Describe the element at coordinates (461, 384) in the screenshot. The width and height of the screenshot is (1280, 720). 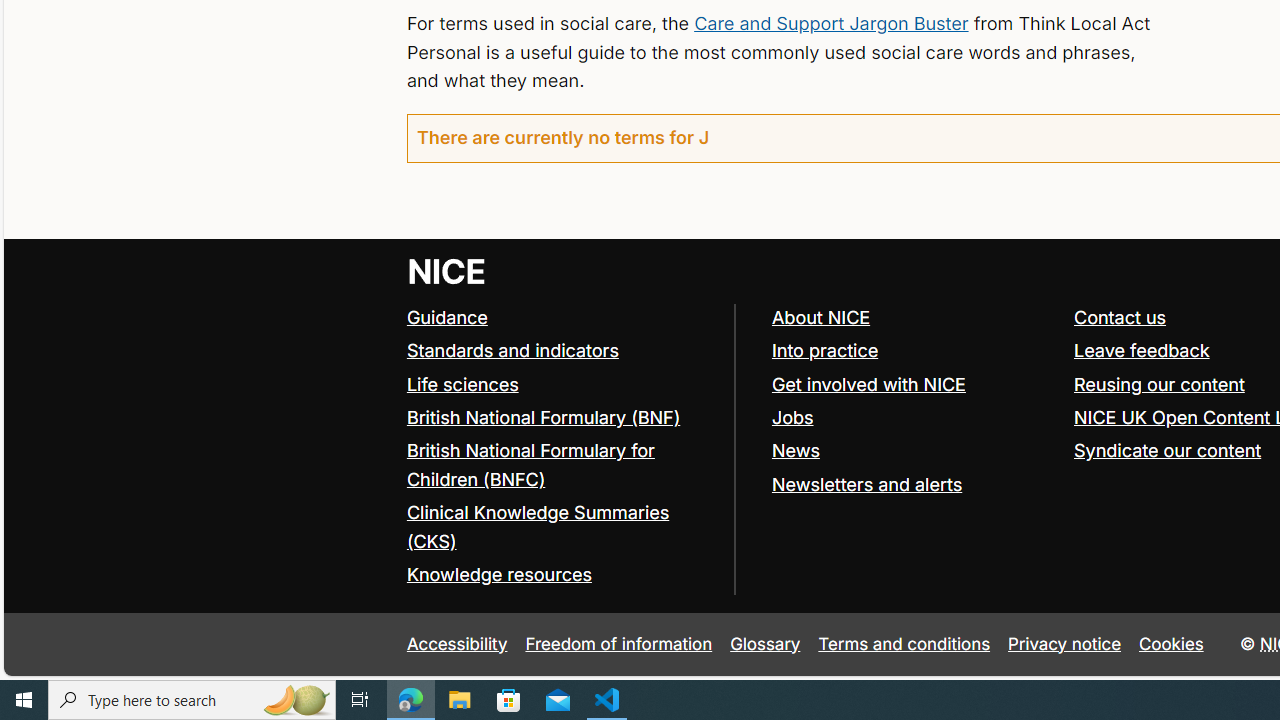
I see `'Life sciences'` at that location.